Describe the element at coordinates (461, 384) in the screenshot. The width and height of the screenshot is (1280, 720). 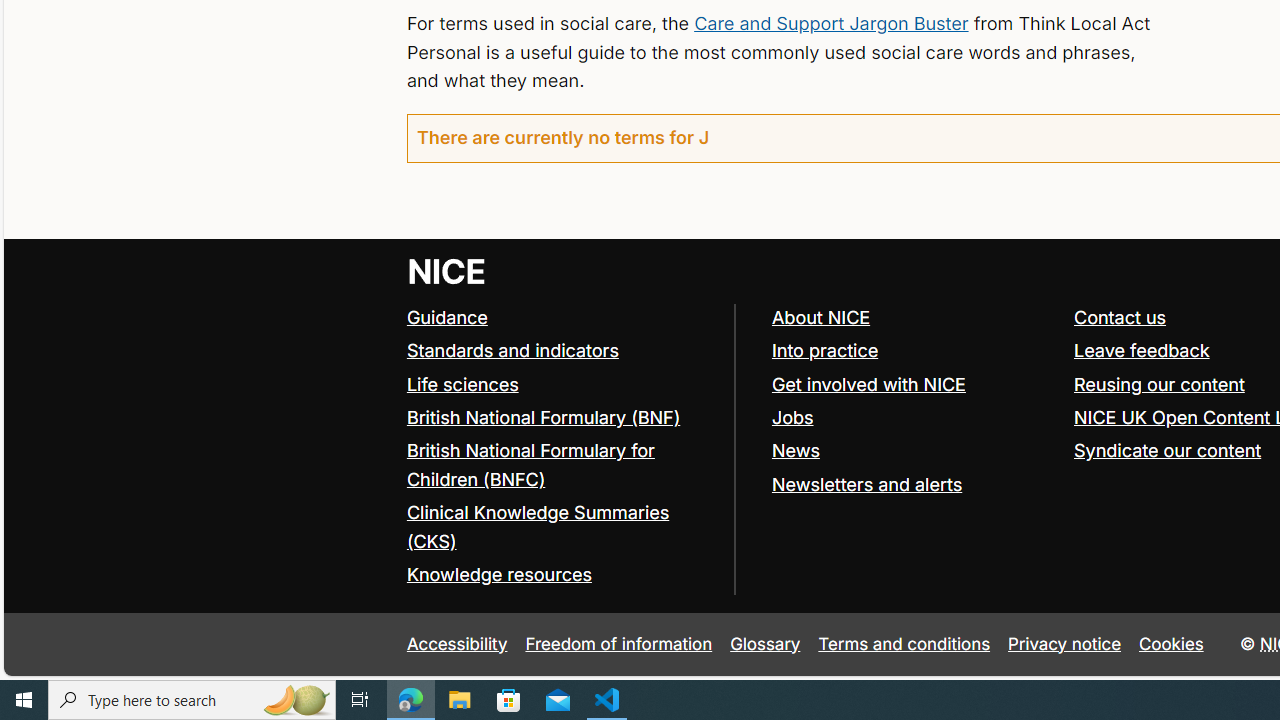
I see `'Life sciences'` at that location.